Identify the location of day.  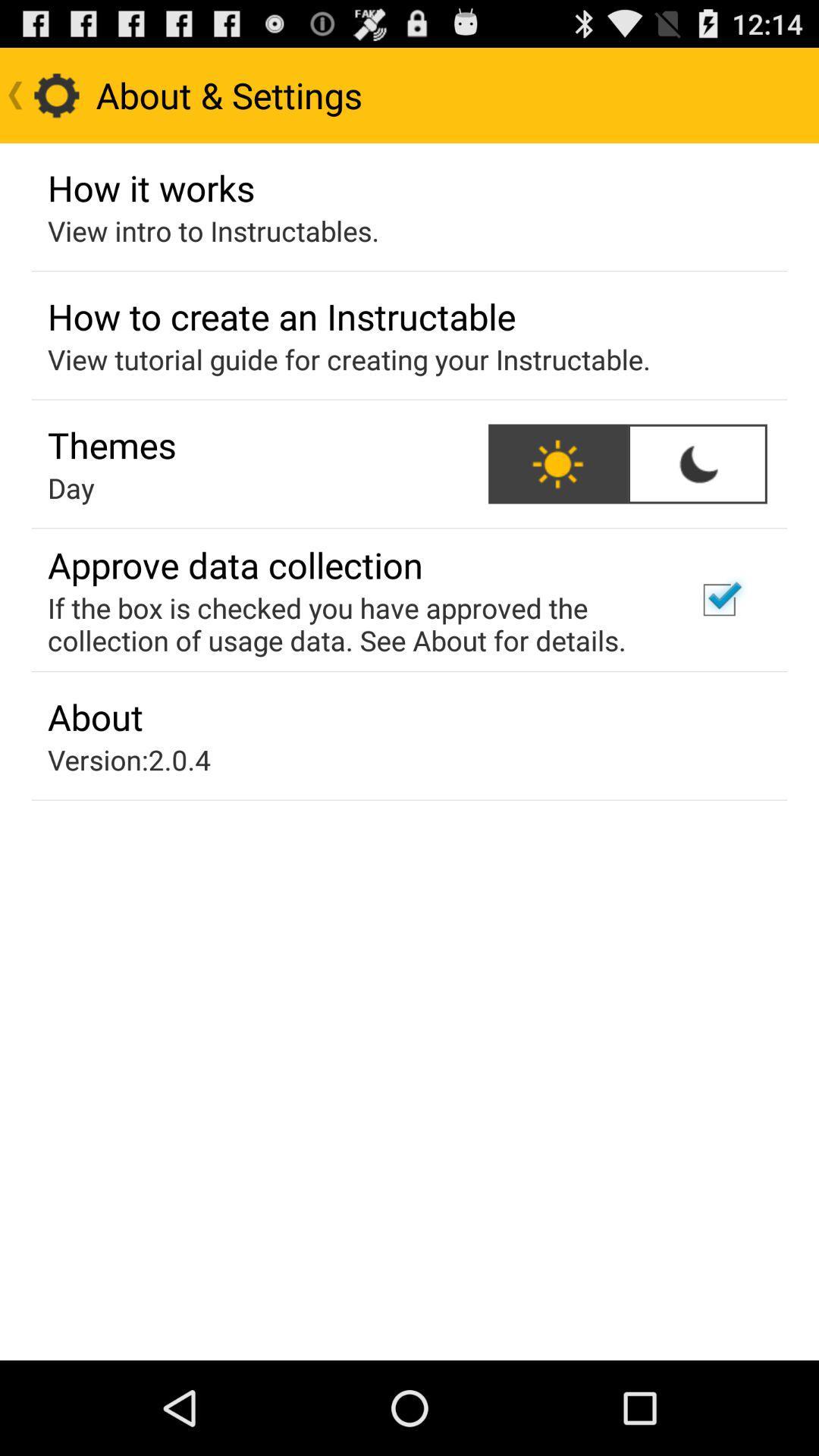
(71, 488).